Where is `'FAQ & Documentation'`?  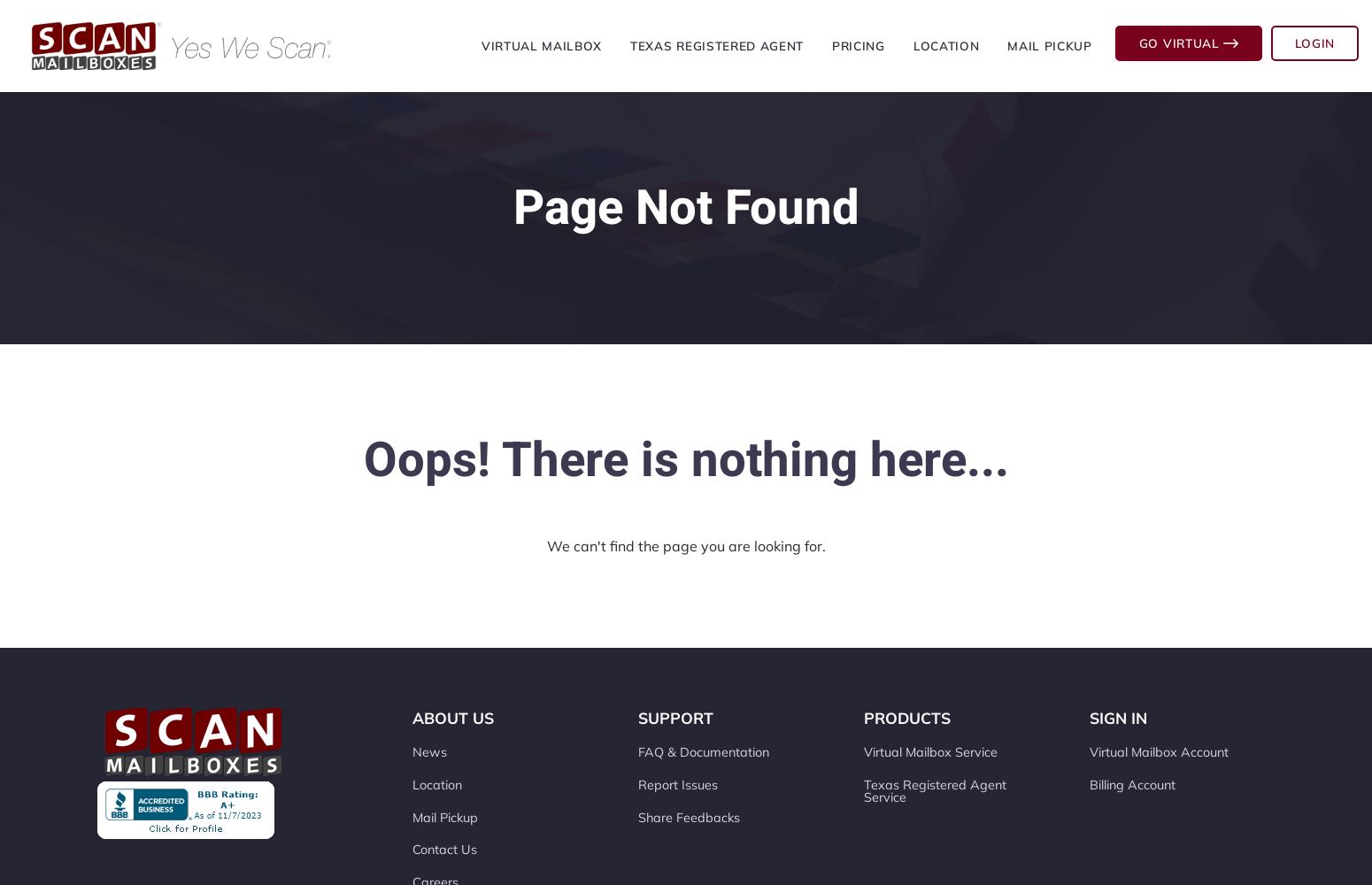 'FAQ & Documentation' is located at coordinates (702, 751).